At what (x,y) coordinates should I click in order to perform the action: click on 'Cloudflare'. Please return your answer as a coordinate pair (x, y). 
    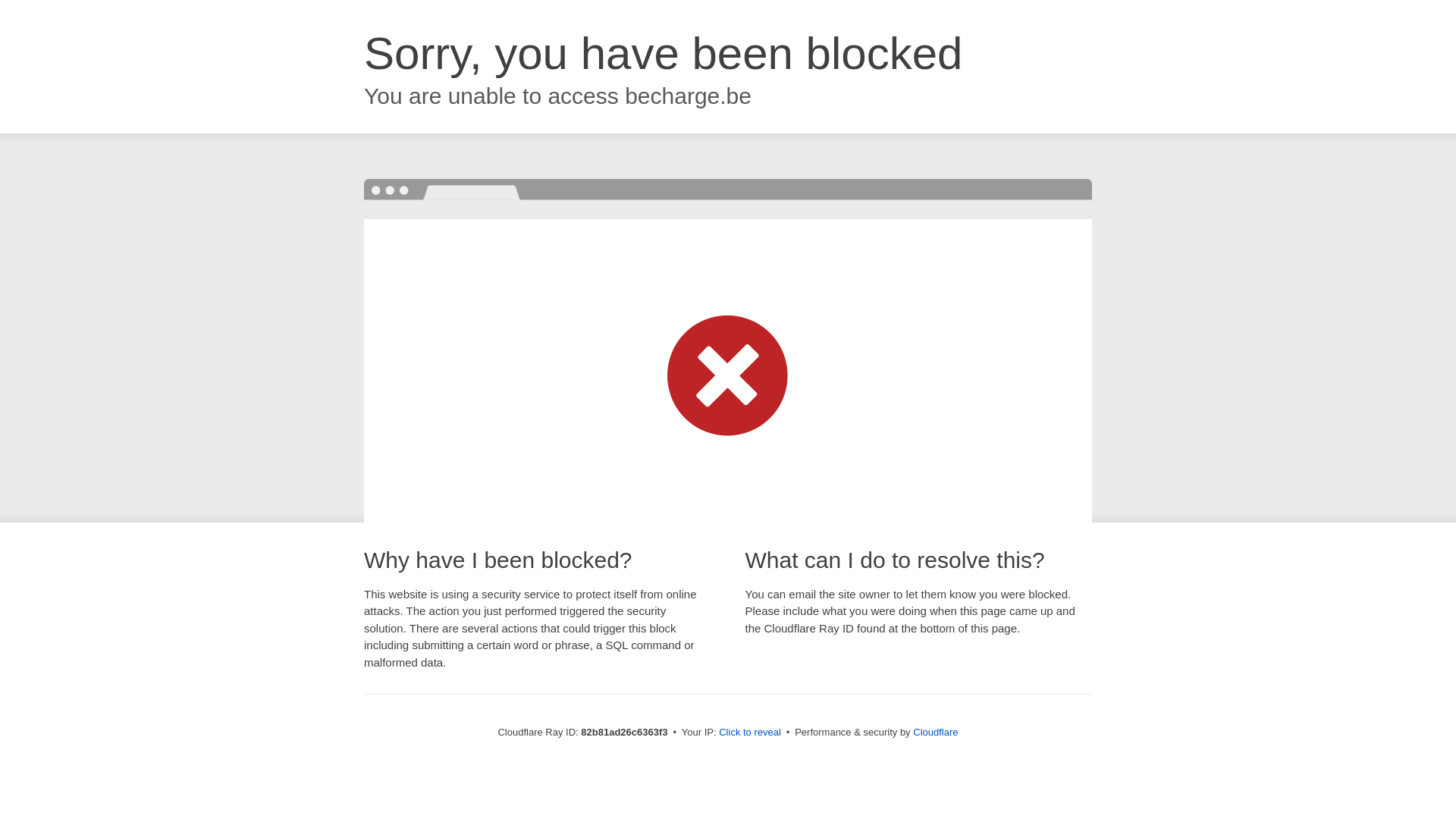
    Looking at the image, I should click on (934, 731).